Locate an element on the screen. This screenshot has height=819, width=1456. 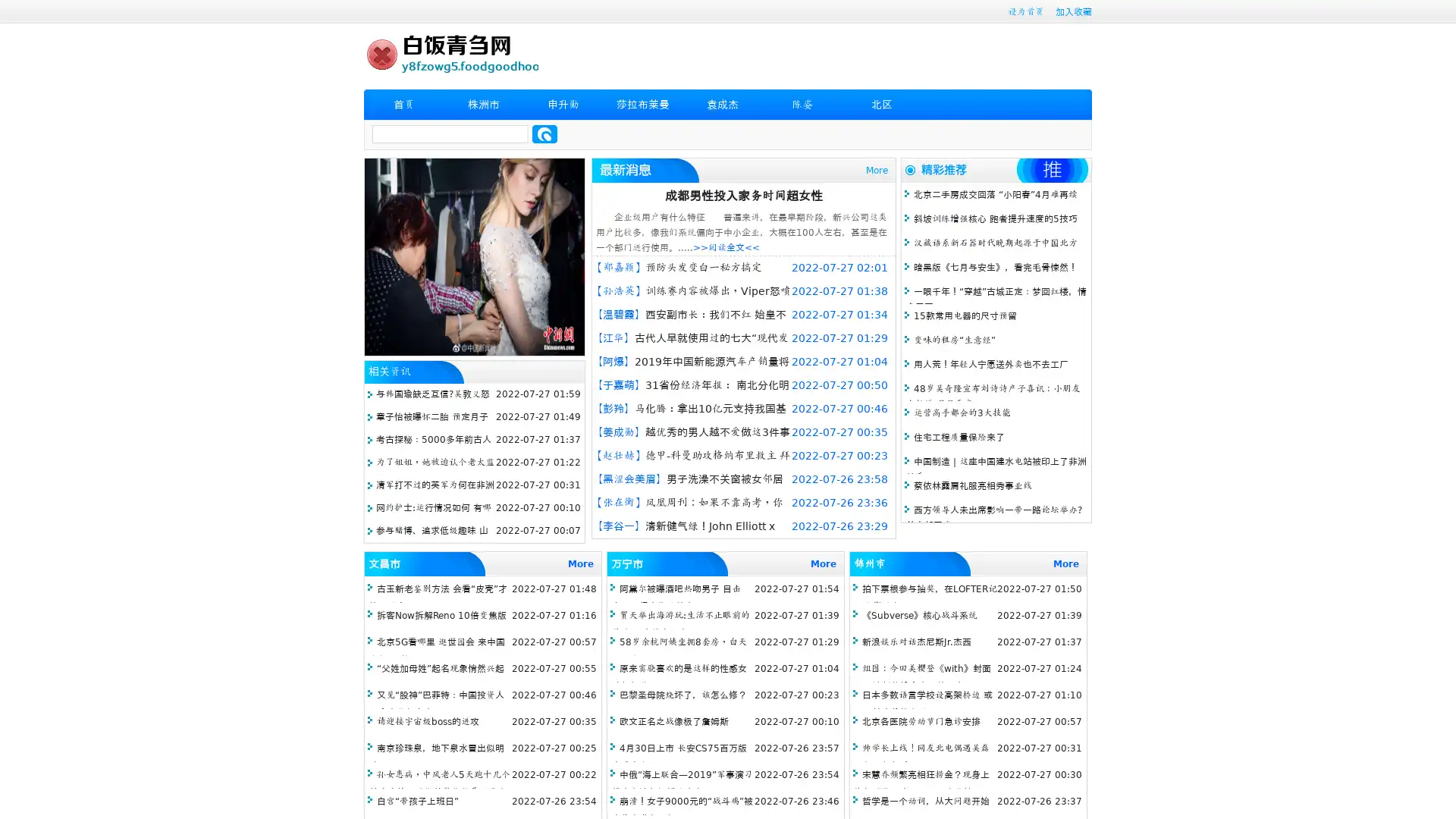
Search is located at coordinates (544, 133).